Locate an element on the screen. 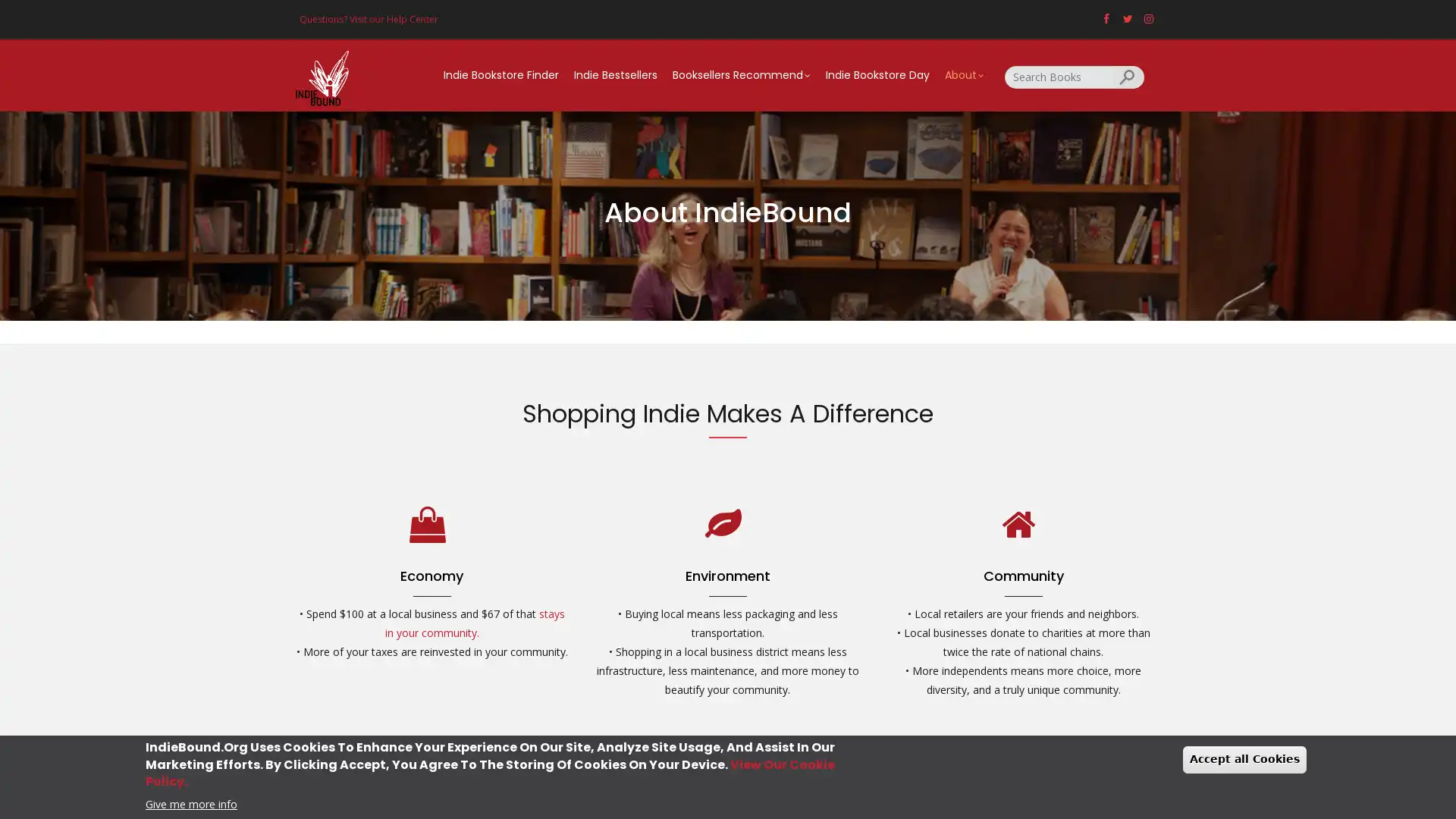  Give me more info is located at coordinates (190, 802).